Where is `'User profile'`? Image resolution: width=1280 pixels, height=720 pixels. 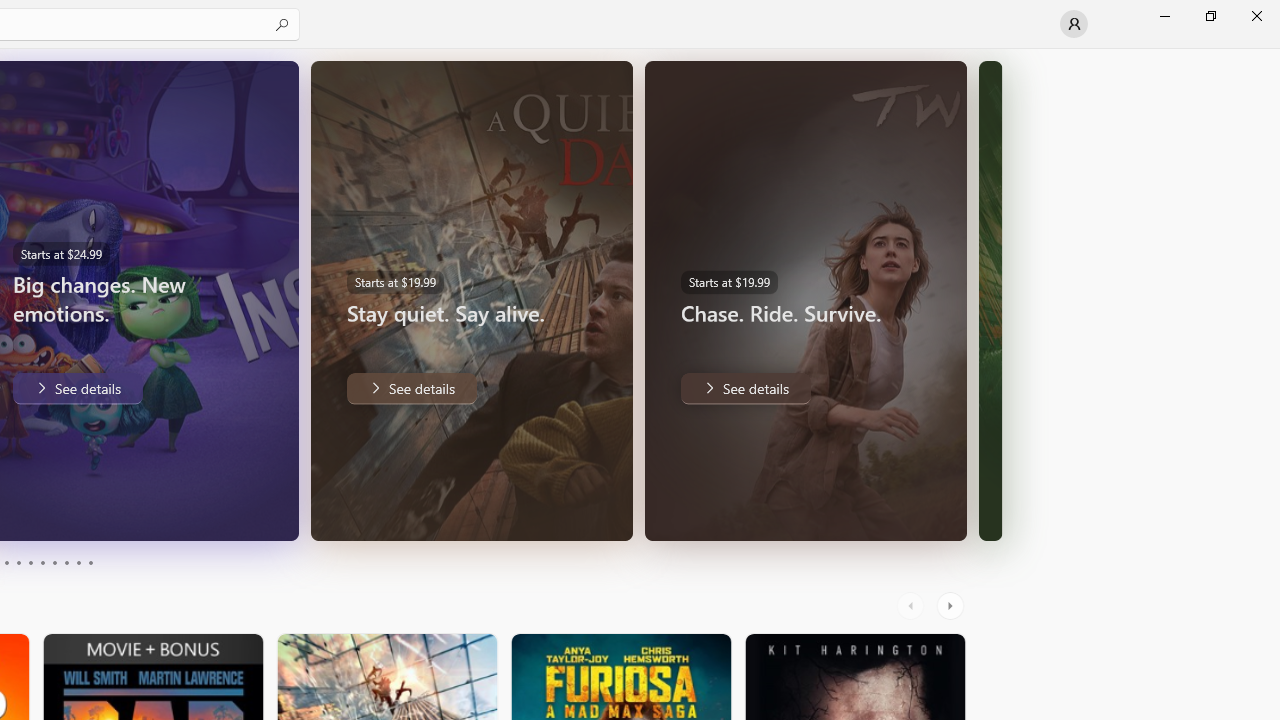
'User profile' is located at coordinates (1072, 24).